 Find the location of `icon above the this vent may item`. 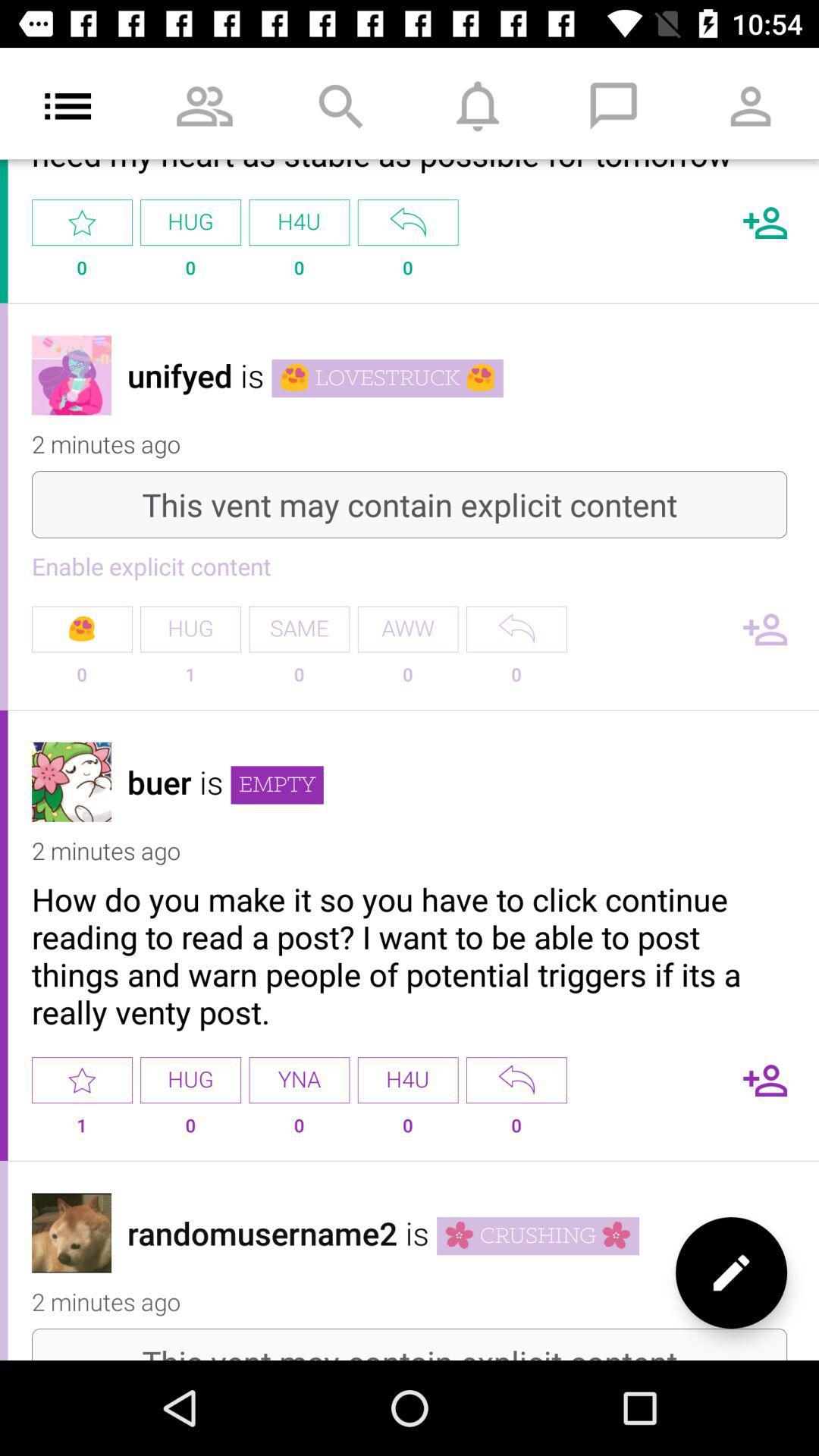

icon above the this vent may item is located at coordinates (730, 1272).